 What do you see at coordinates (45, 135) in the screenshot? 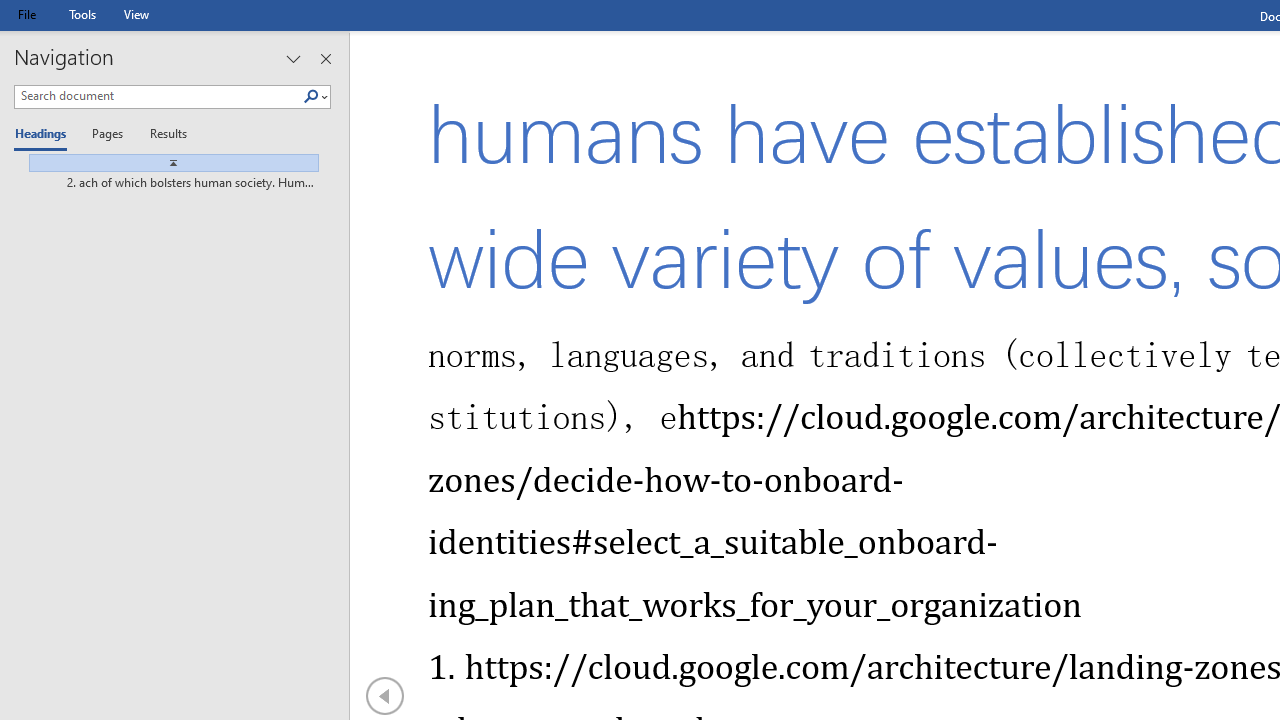
I see `'Headings'` at bounding box center [45, 135].